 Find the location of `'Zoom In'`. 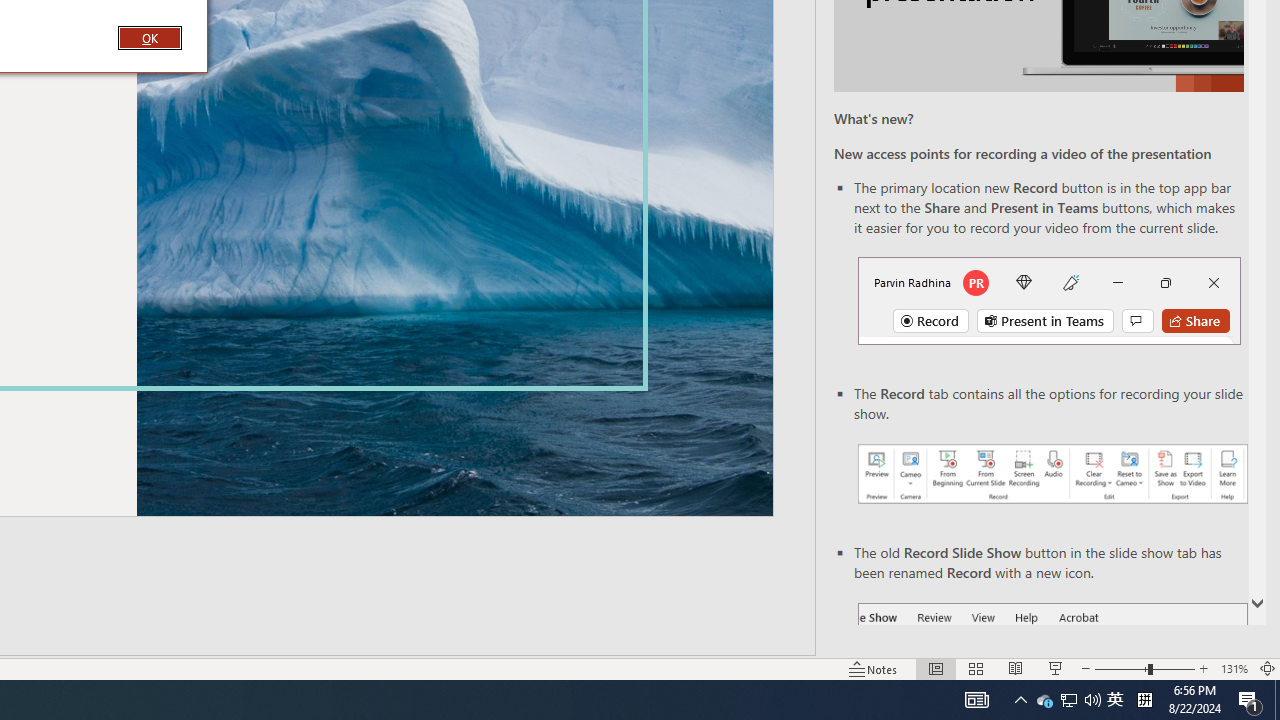

'Zoom In' is located at coordinates (1203, 669).